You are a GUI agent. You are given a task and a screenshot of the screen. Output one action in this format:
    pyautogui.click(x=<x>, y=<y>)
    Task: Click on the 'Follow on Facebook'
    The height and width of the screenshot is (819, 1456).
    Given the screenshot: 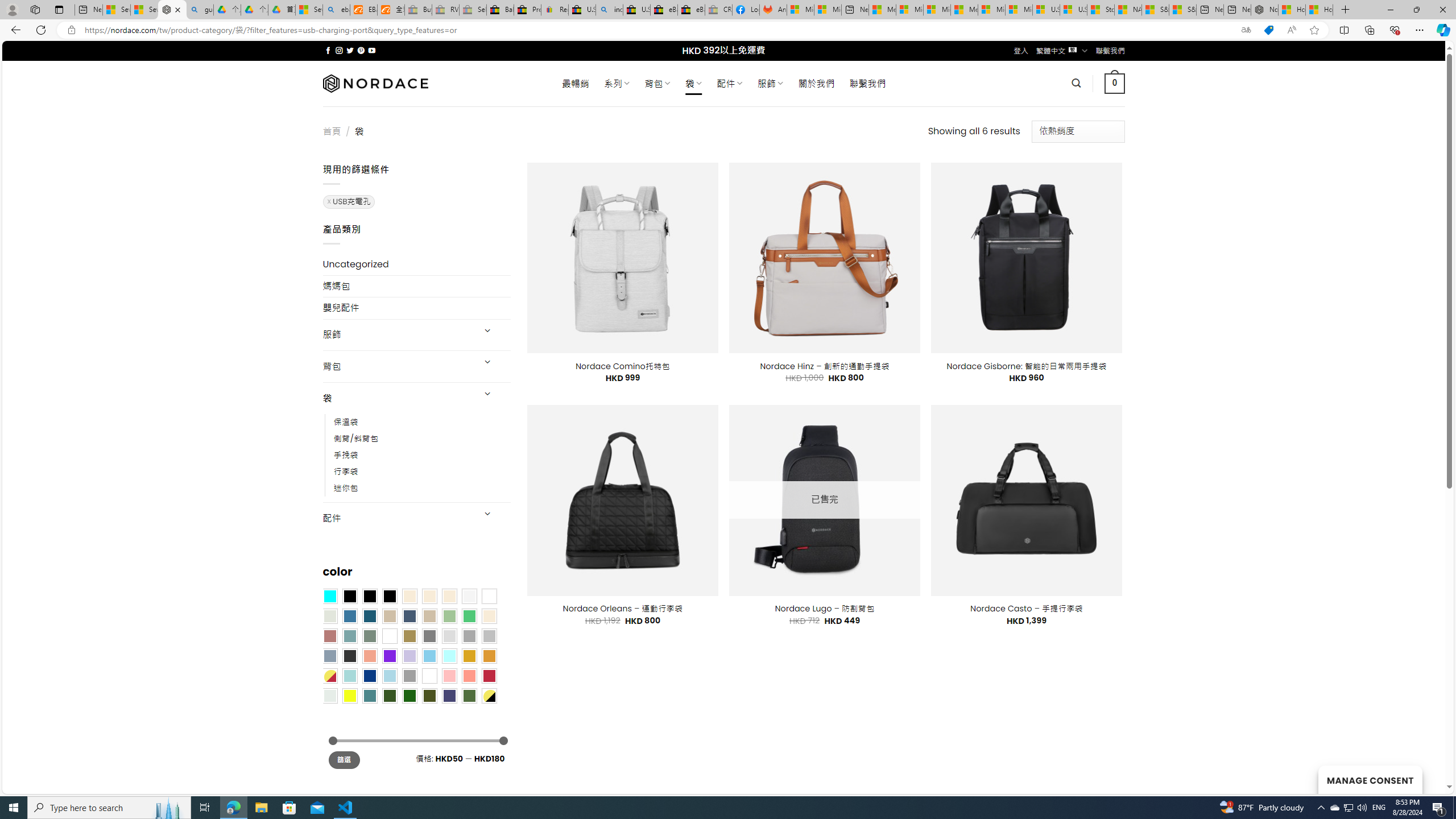 What is the action you would take?
    pyautogui.click(x=328, y=50)
    